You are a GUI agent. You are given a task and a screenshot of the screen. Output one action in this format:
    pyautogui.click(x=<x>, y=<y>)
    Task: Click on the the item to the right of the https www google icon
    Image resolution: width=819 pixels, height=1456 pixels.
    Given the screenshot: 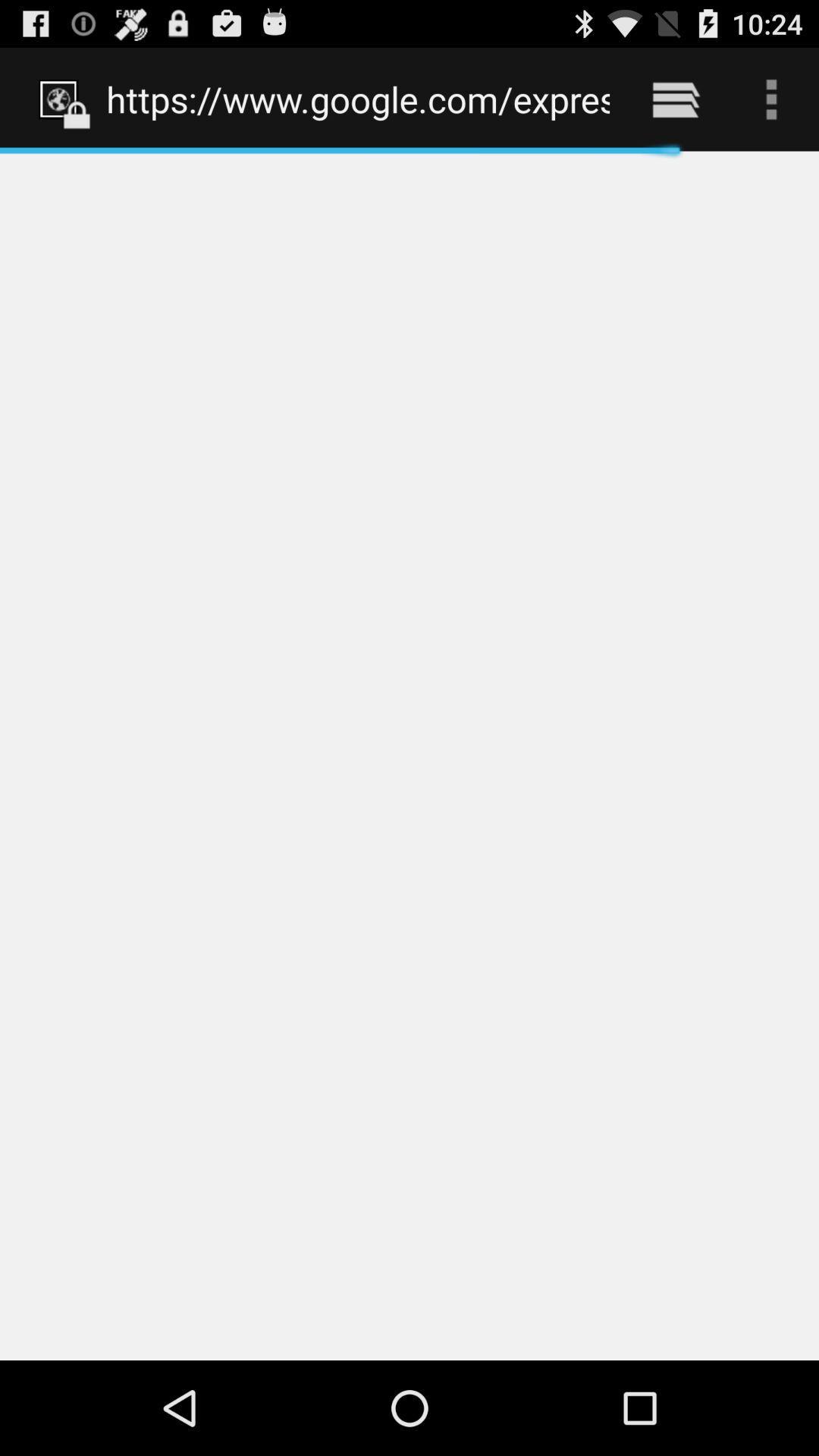 What is the action you would take?
    pyautogui.click(x=675, y=99)
    